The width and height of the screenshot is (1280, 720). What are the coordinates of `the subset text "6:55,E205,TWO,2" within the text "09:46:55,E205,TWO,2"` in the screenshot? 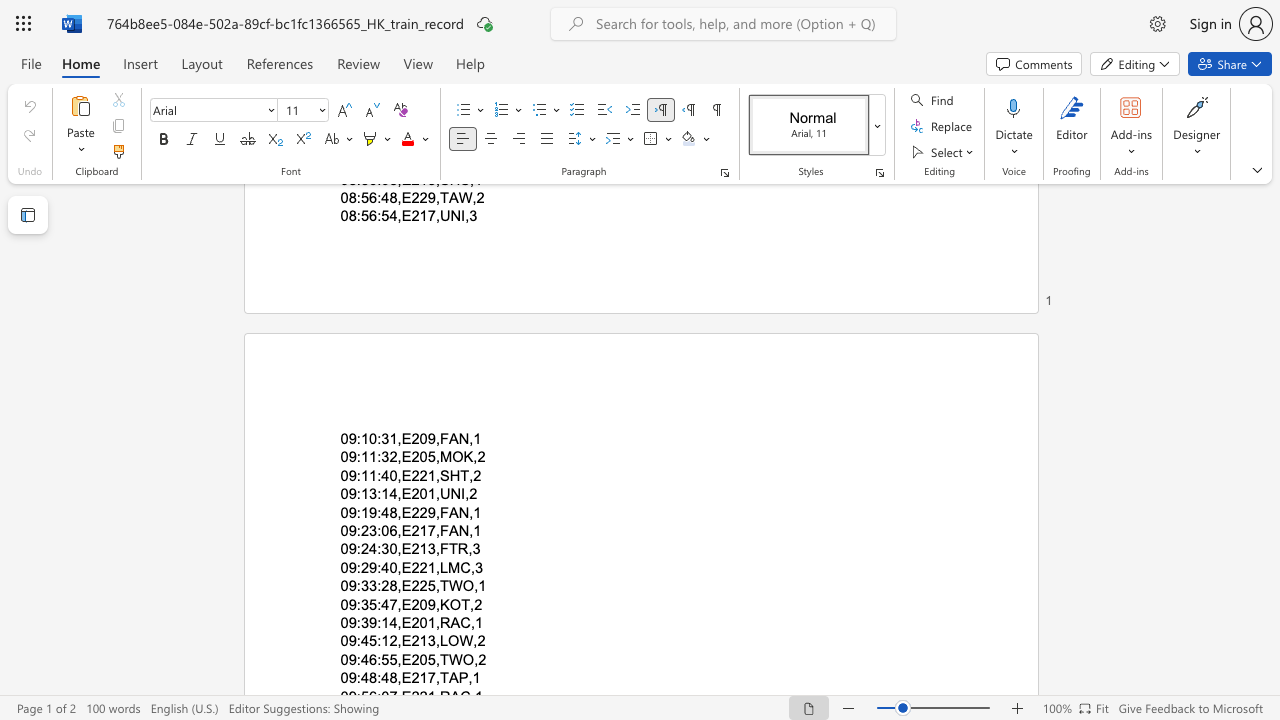 It's located at (369, 659).